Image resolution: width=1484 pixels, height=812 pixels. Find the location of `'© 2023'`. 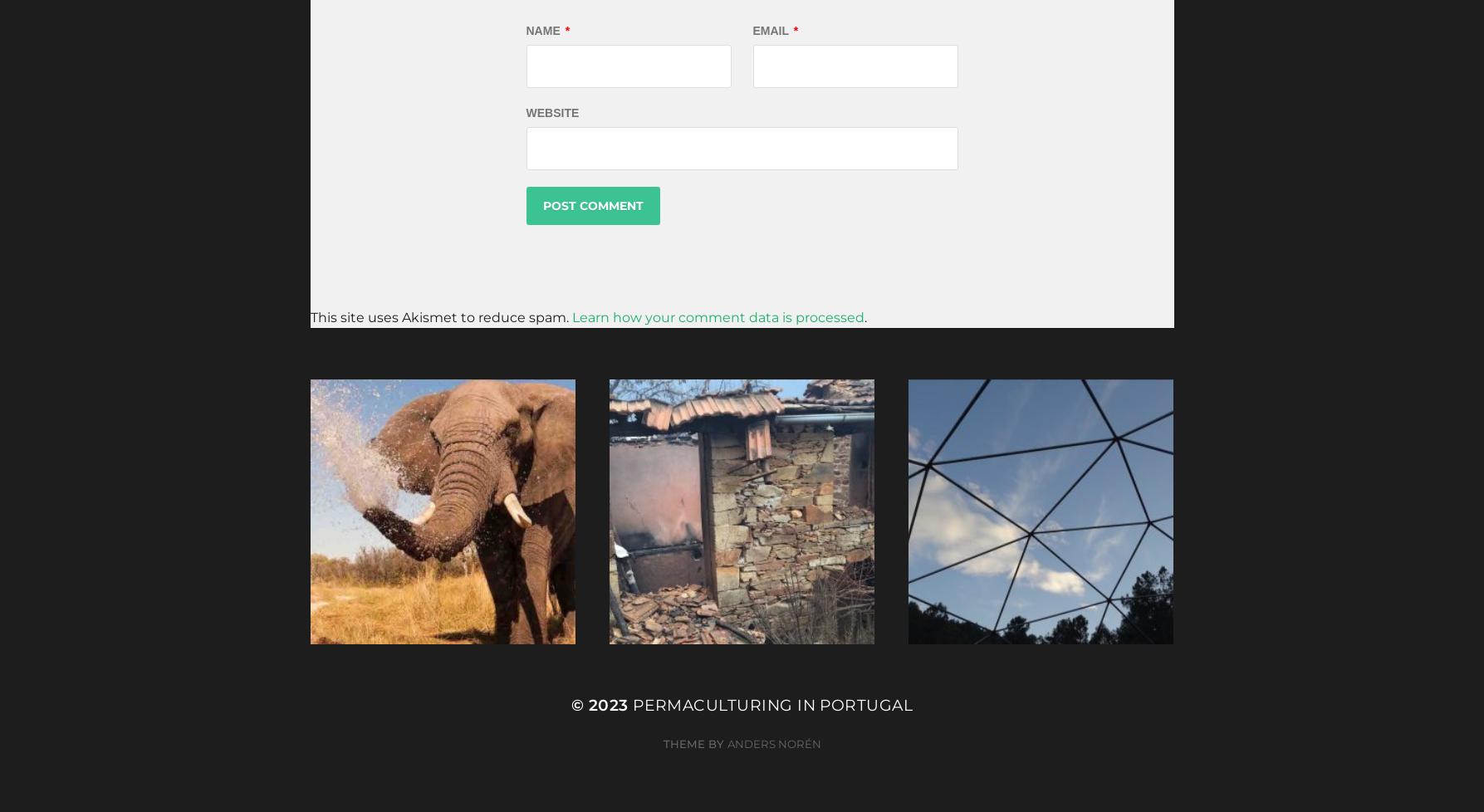

'© 2023' is located at coordinates (601, 703).